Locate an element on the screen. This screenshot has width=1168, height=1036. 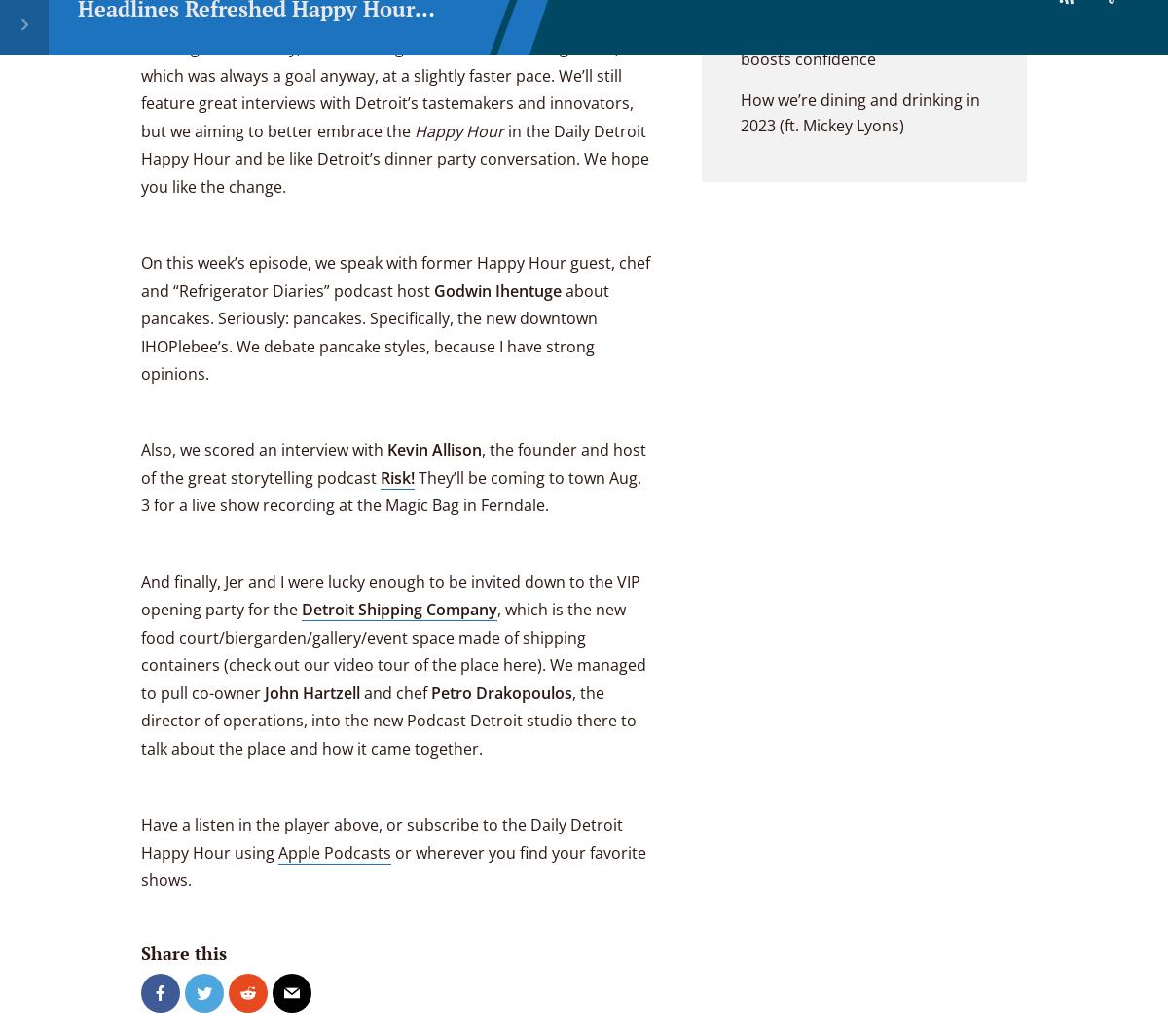
'and chef' is located at coordinates (395, 691).